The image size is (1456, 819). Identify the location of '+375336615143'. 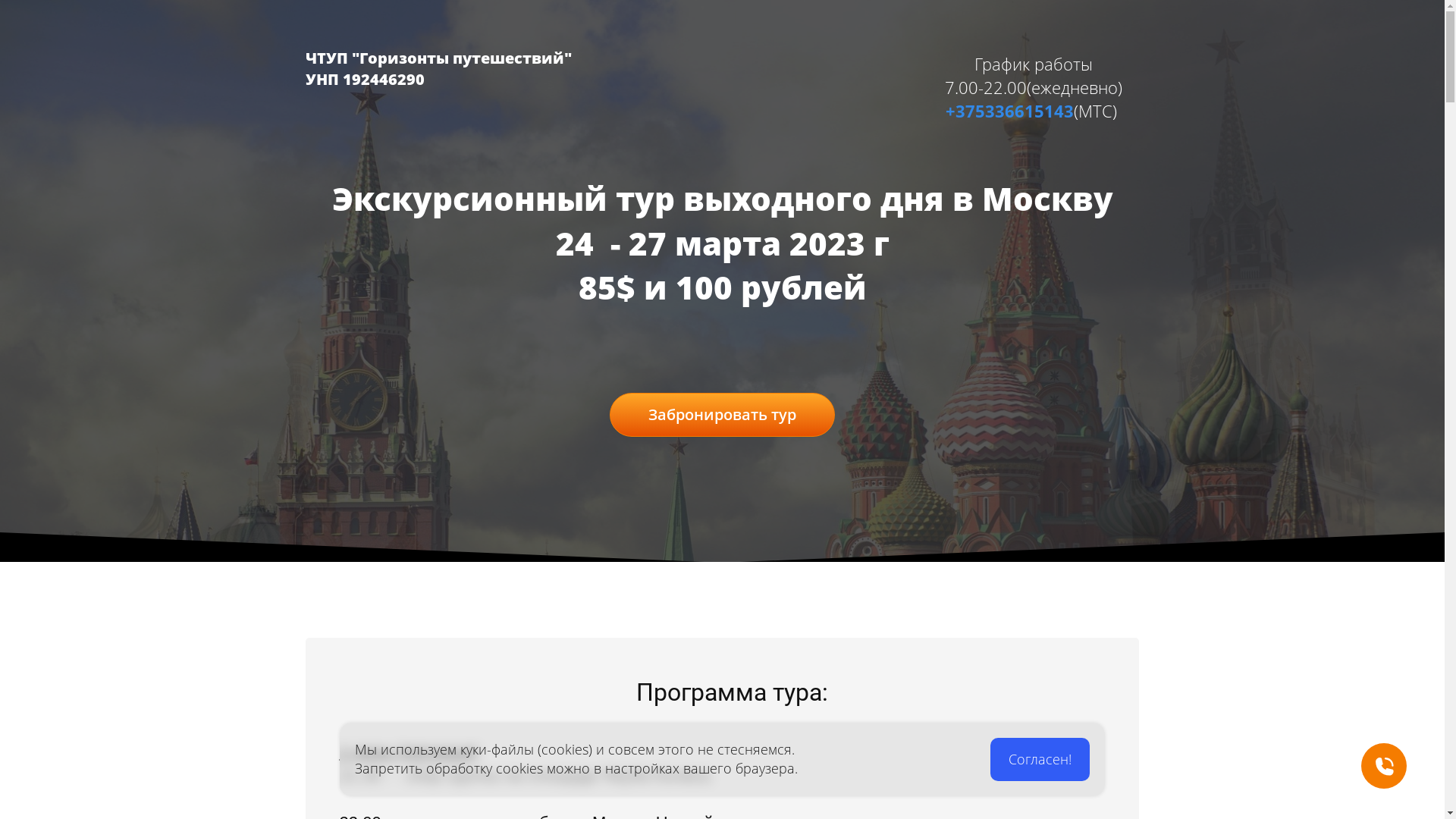
(1009, 110).